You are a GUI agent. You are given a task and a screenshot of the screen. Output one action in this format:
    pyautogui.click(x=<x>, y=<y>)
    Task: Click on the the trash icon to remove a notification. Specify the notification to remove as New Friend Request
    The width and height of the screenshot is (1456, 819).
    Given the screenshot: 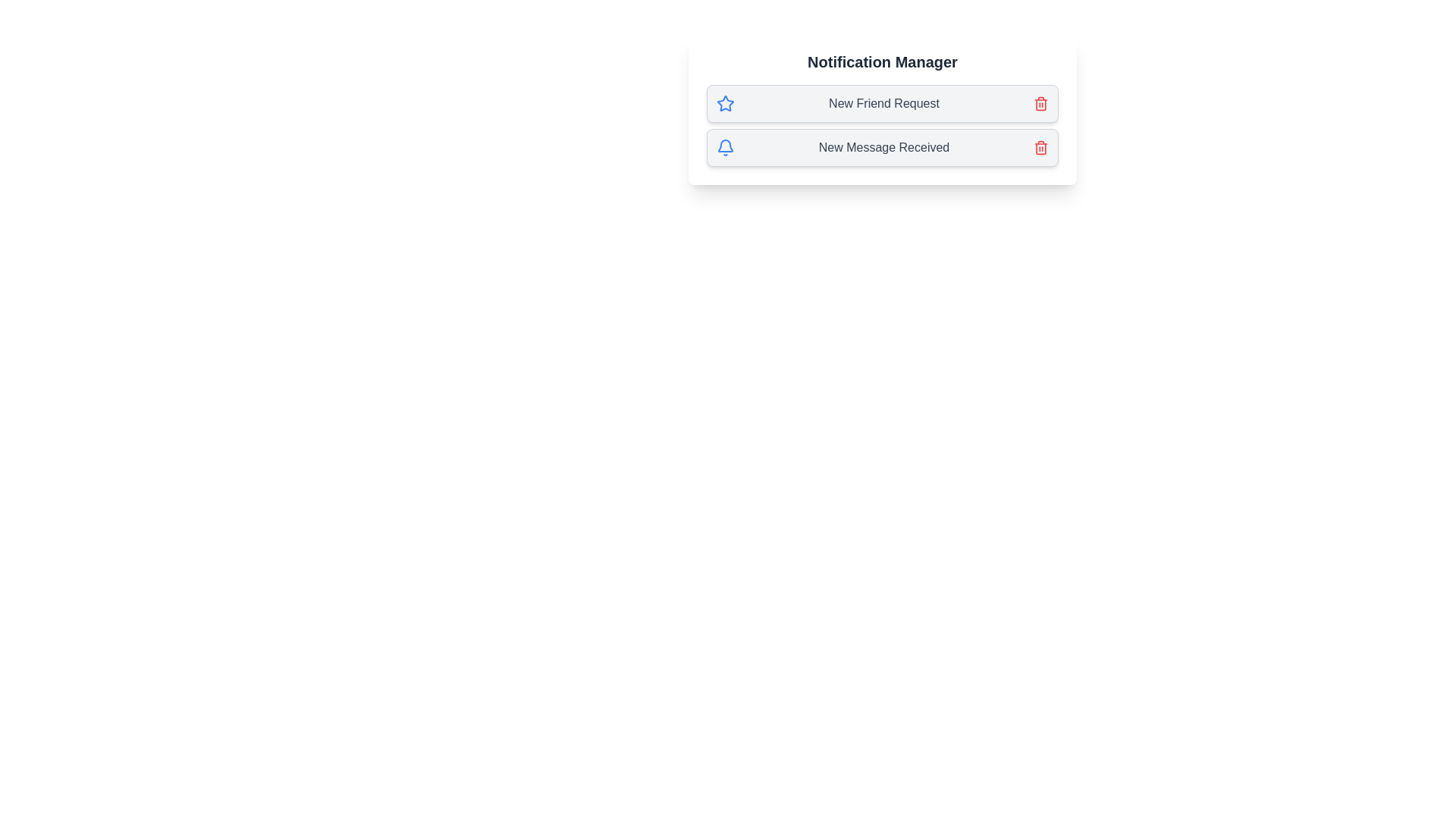 What is the action you would take?
    pyautogui.click(x=1040, y=103)
    